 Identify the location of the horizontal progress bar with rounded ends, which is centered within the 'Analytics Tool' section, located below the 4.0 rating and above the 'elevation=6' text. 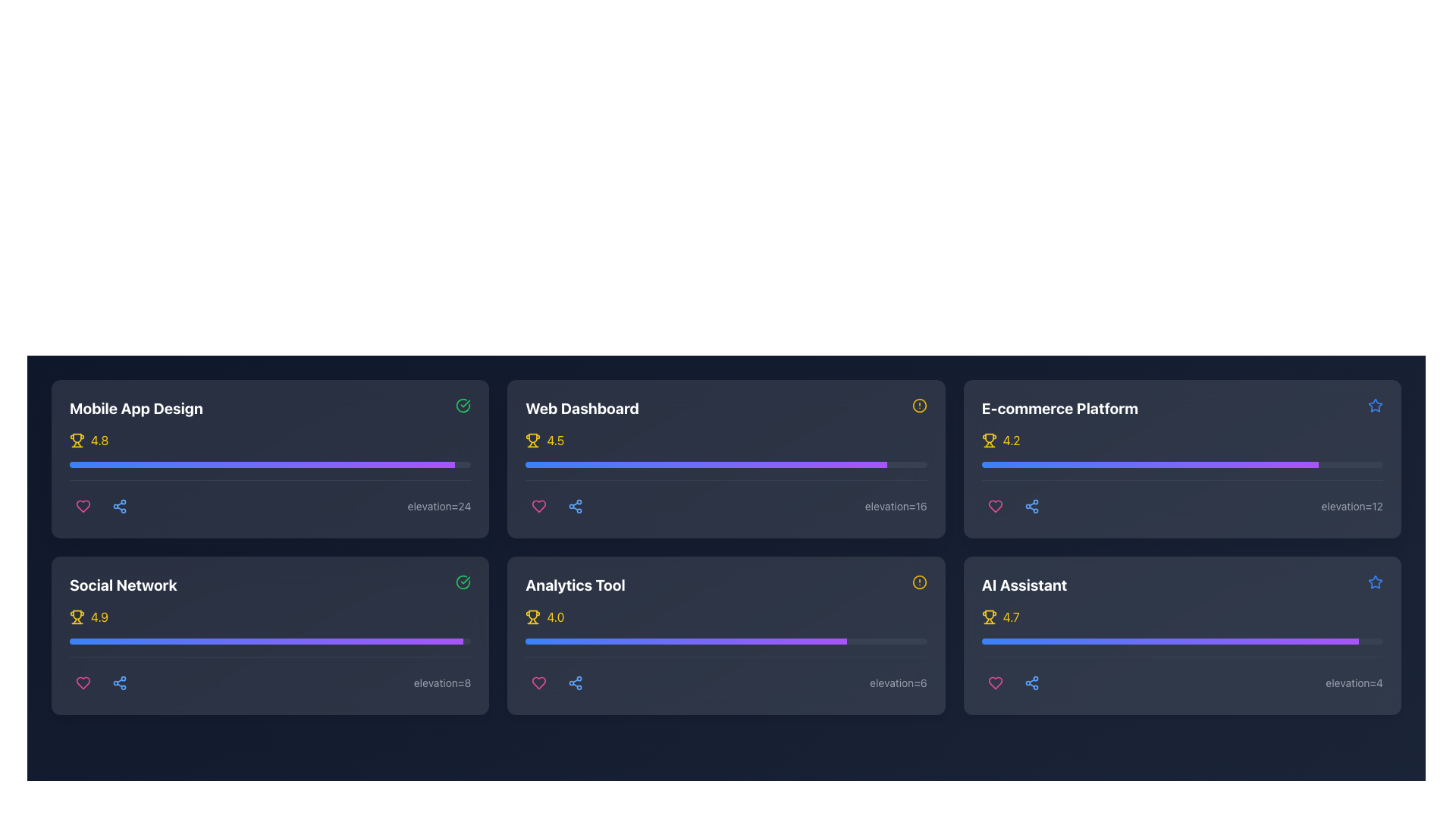
(726, 641).